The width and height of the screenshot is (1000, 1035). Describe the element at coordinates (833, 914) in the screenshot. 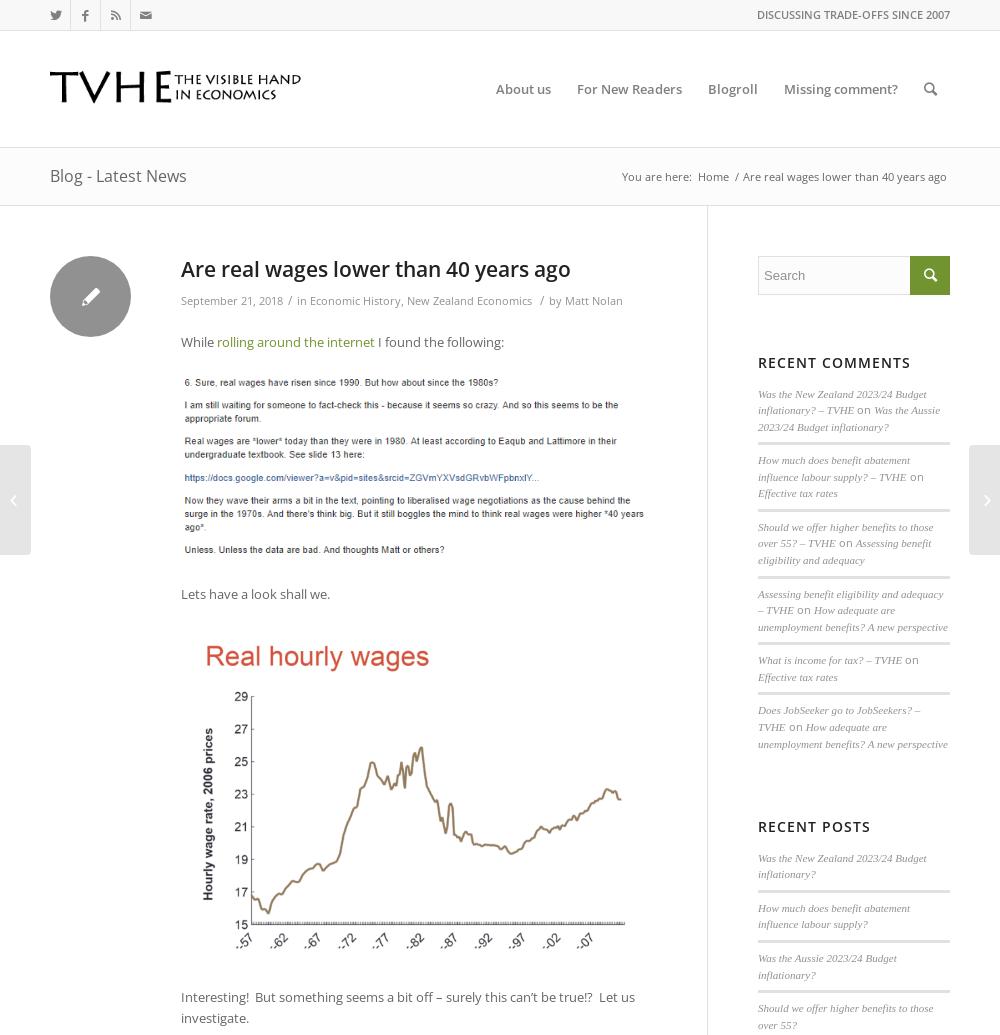

I see `'How much does benefit abatement influence labour supply?'` at that location.